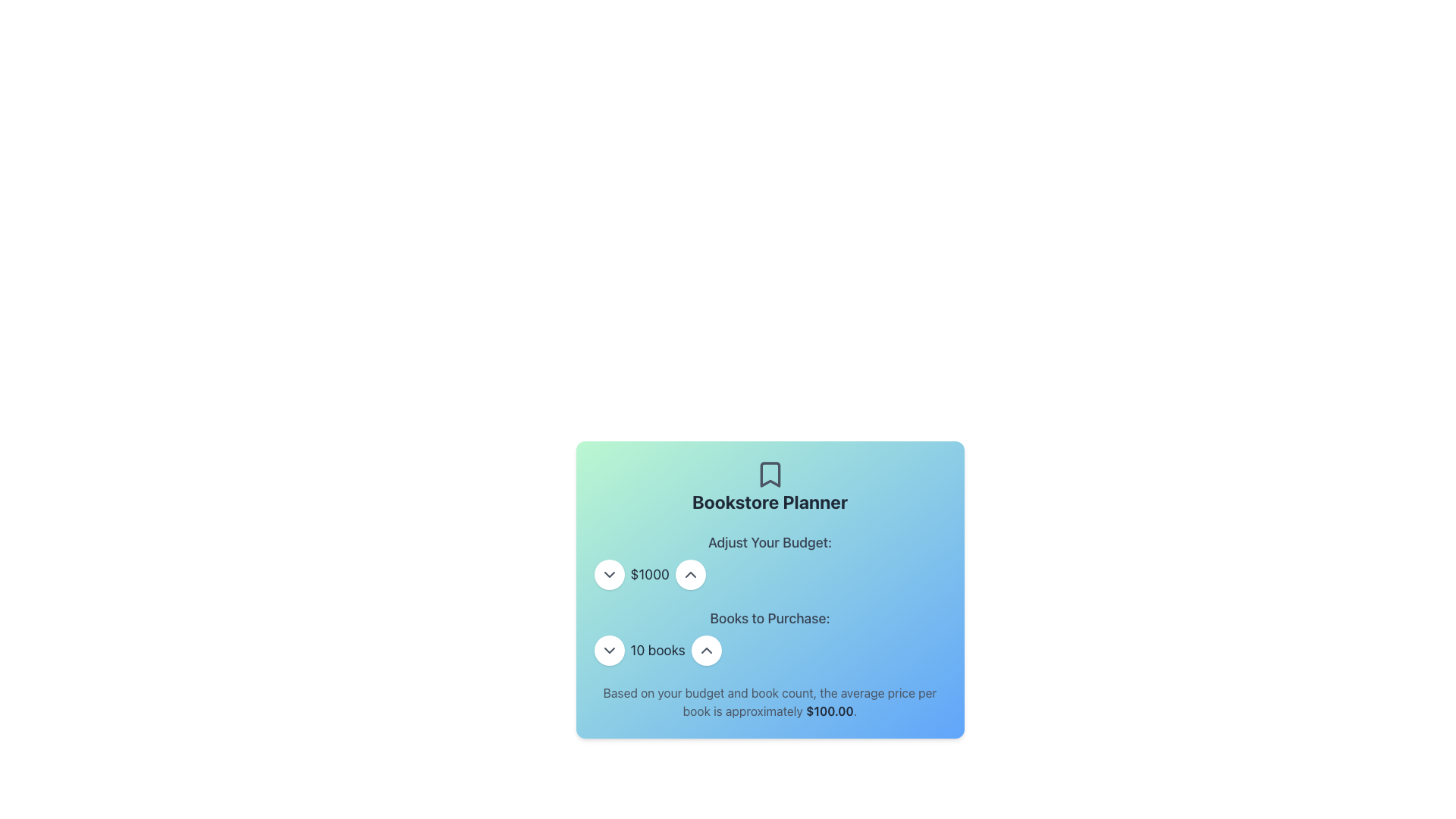  What do you see at coordinates (609, 575) in the screenshot?
I see `the downward-pointing chevron icon using keyboard navigation` at bounding box center [609, 575].